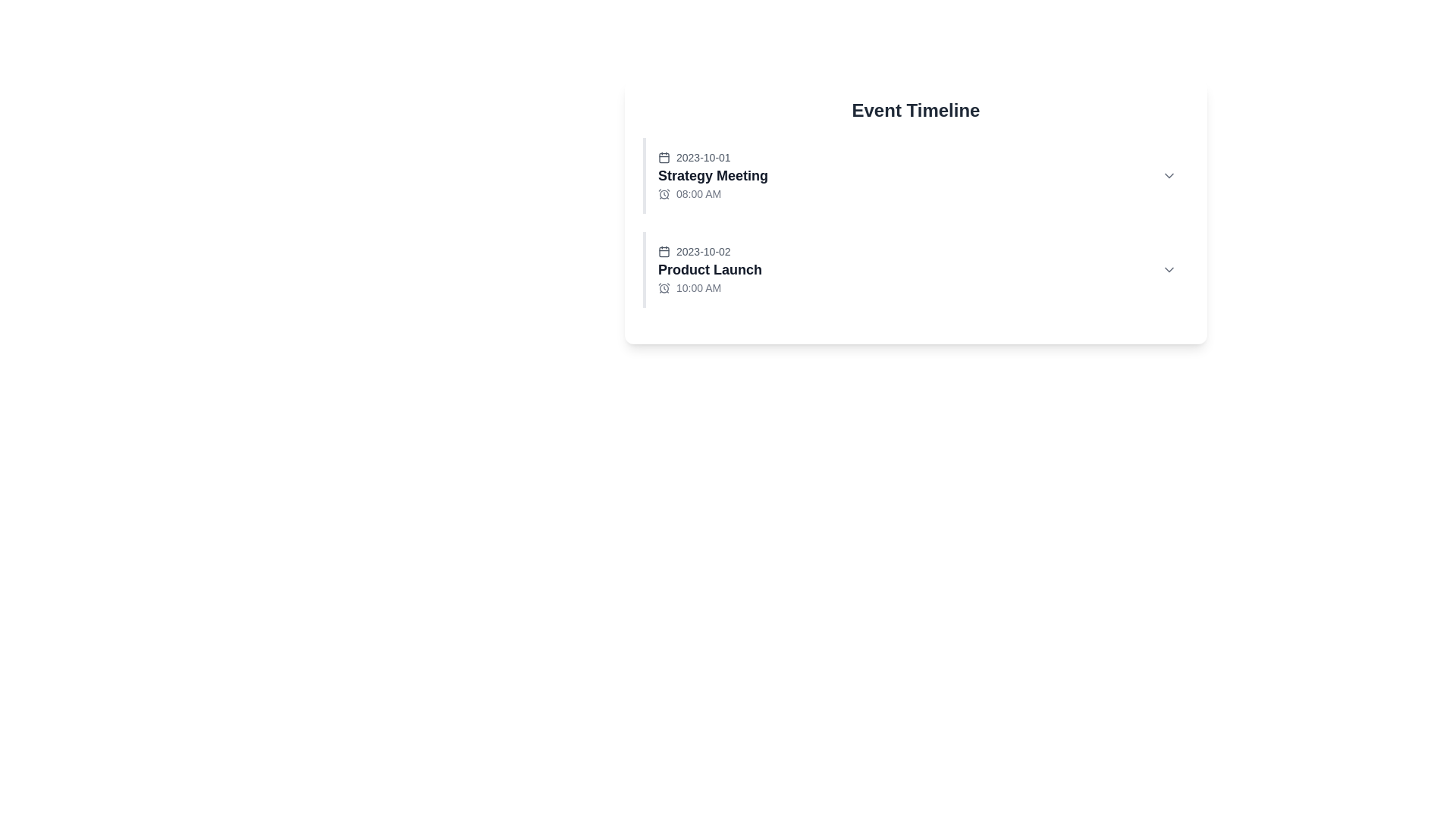 This screenshot has height=819, width=1456. What do you see at coordinates (709, 288) in the screenshot?
I see `time displayed on the label showing '10:00 AM', which is located below the 'Product Launch' title and has an alarm clock icon to its left` at bounding box center [709, 288].